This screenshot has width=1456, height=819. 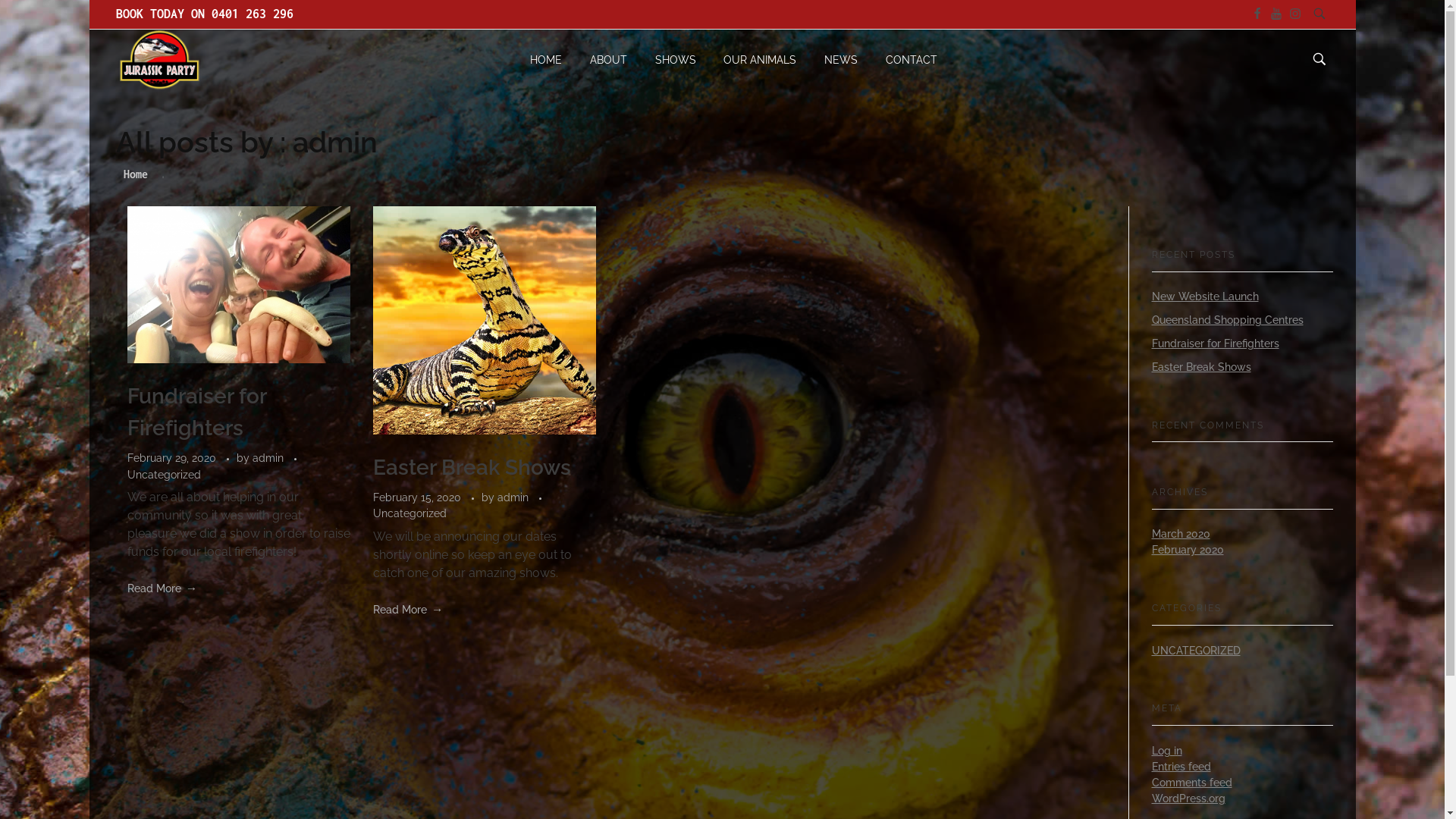 I want to click on 'New Website Launch', so click(x=1203, y=296).